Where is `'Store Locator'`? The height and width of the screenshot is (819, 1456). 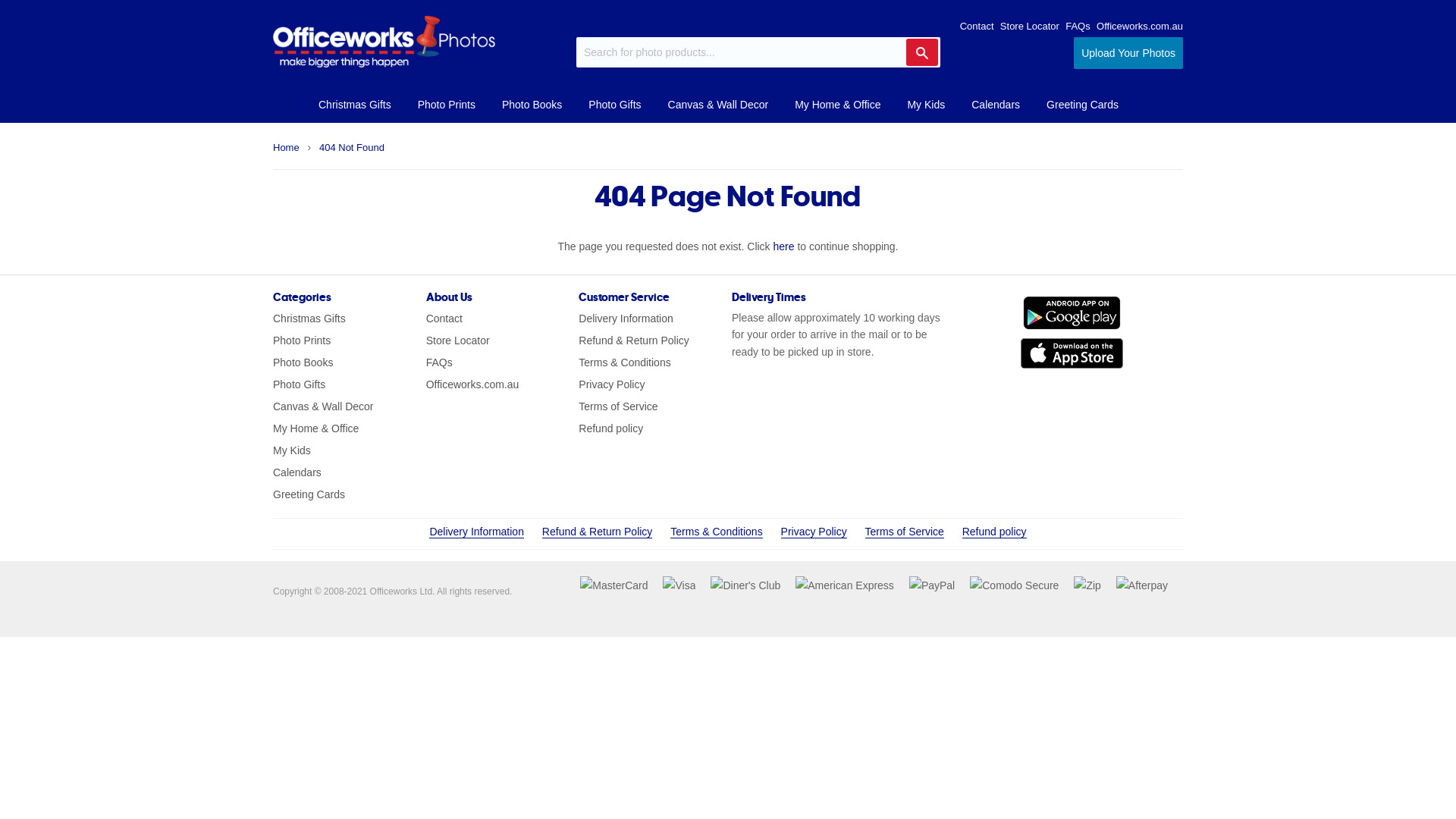
'Store Locator' is located at coordinates (1030, 26).